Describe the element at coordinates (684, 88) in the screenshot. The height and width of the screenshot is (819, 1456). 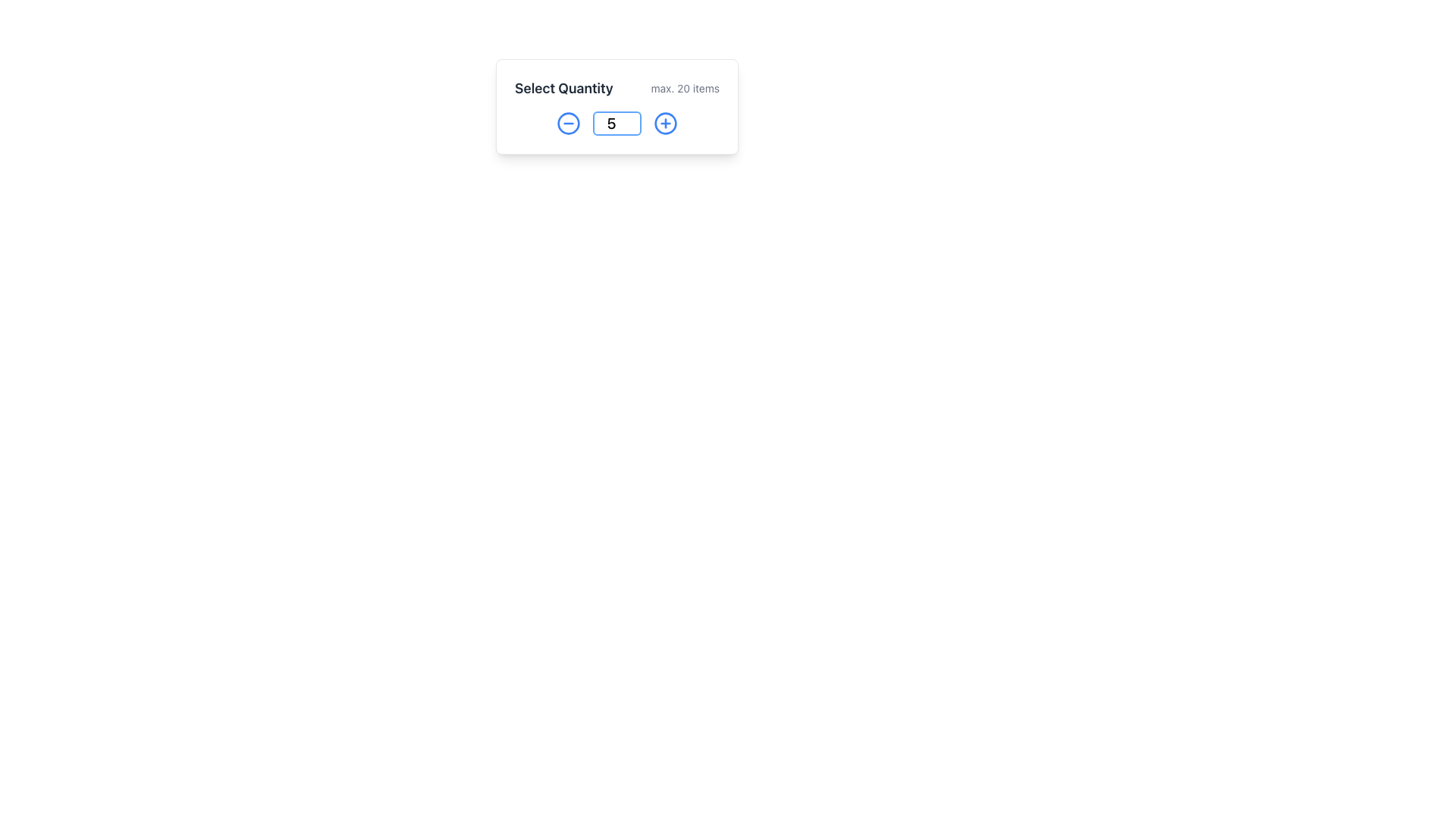
I see `the informative label reading 'max. 20 items' located to the right of the 'Select Quantity' text` at that location.